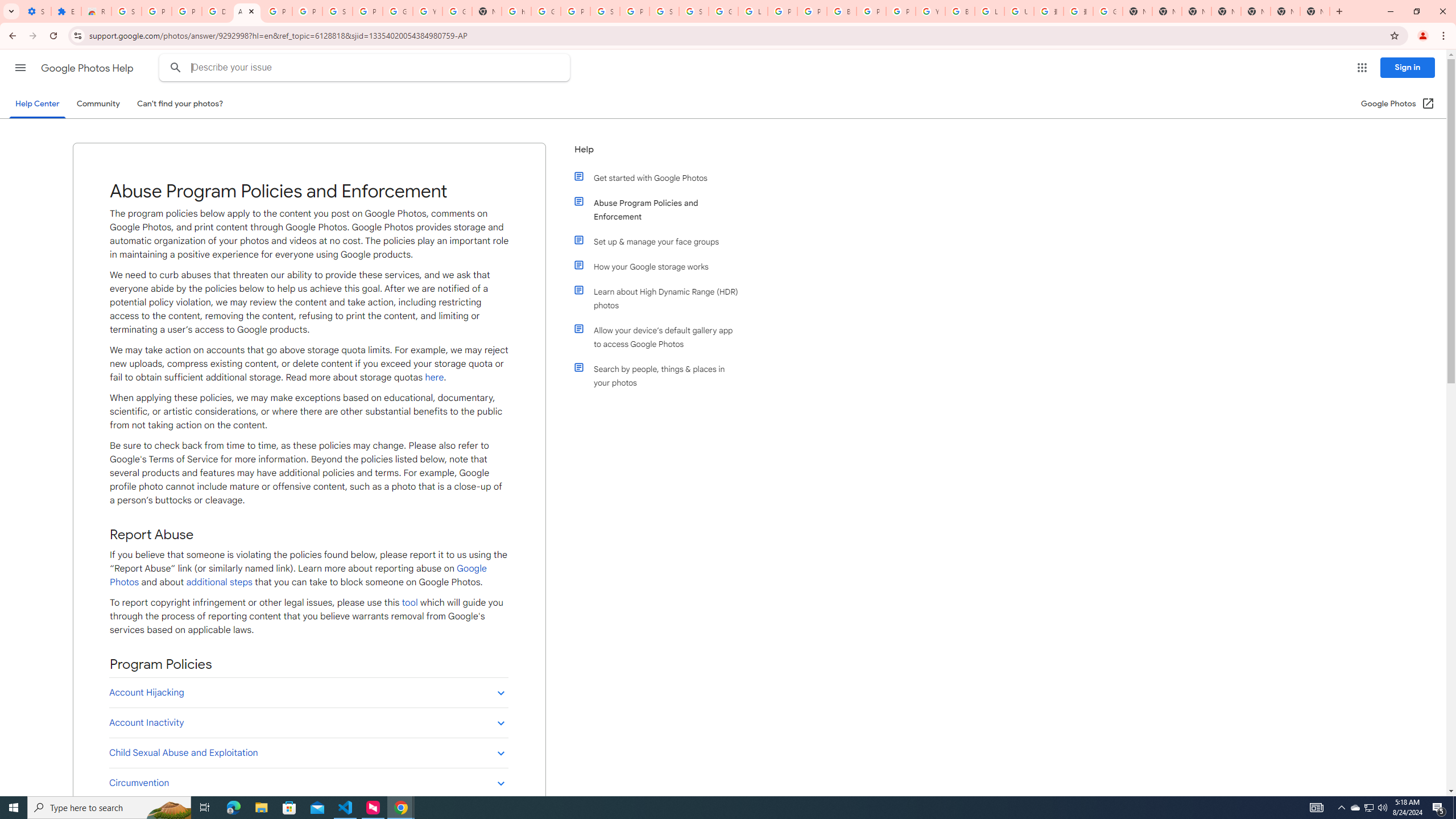 Image resolution: width=1456 pixels, height=819 pixels. Describe the element at coordinates (180, 103) in the screenshot. I see `'Can'` at that location.